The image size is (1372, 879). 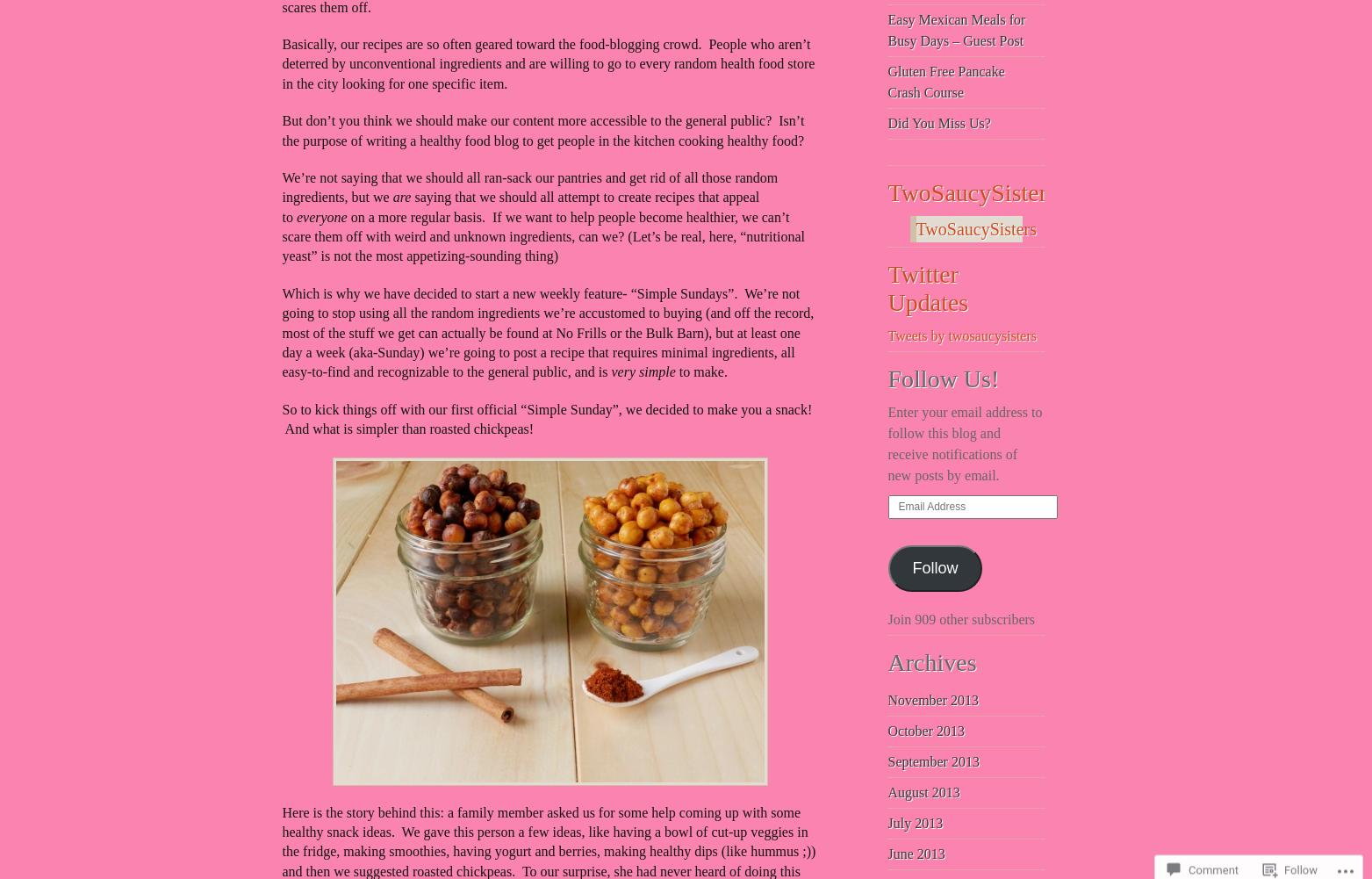 I want to click on 'very simple', so click(x=644, y=371).